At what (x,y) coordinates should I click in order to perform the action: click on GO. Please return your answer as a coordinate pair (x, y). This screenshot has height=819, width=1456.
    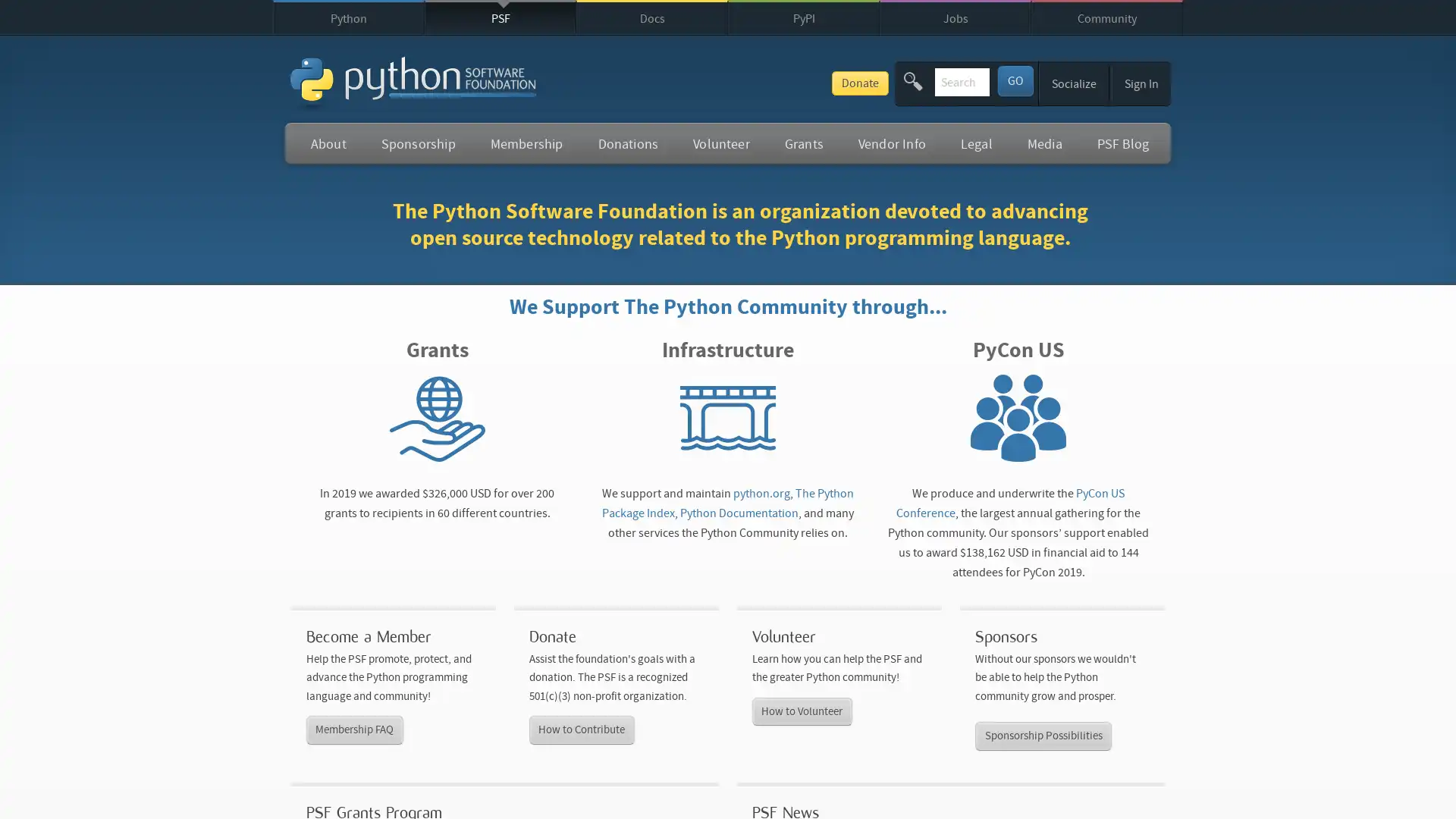
    Looking at the image, I should click on (1015, 80).